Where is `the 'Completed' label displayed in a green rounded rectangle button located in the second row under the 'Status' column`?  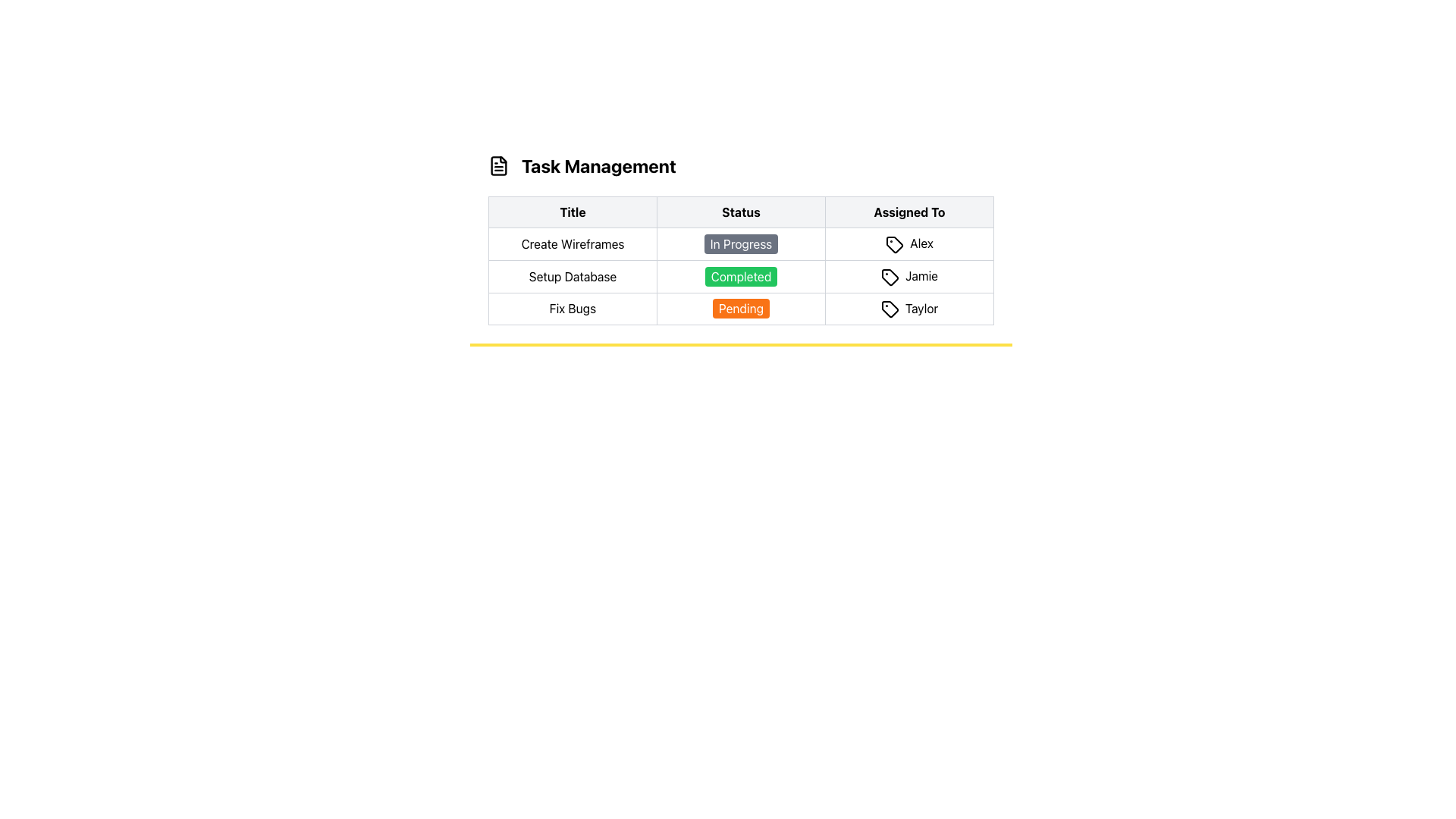
the 'Completed' label displayed in a green rounded rectangle button located in the second row under the 'Status' column is located at coordinates (741, 276).